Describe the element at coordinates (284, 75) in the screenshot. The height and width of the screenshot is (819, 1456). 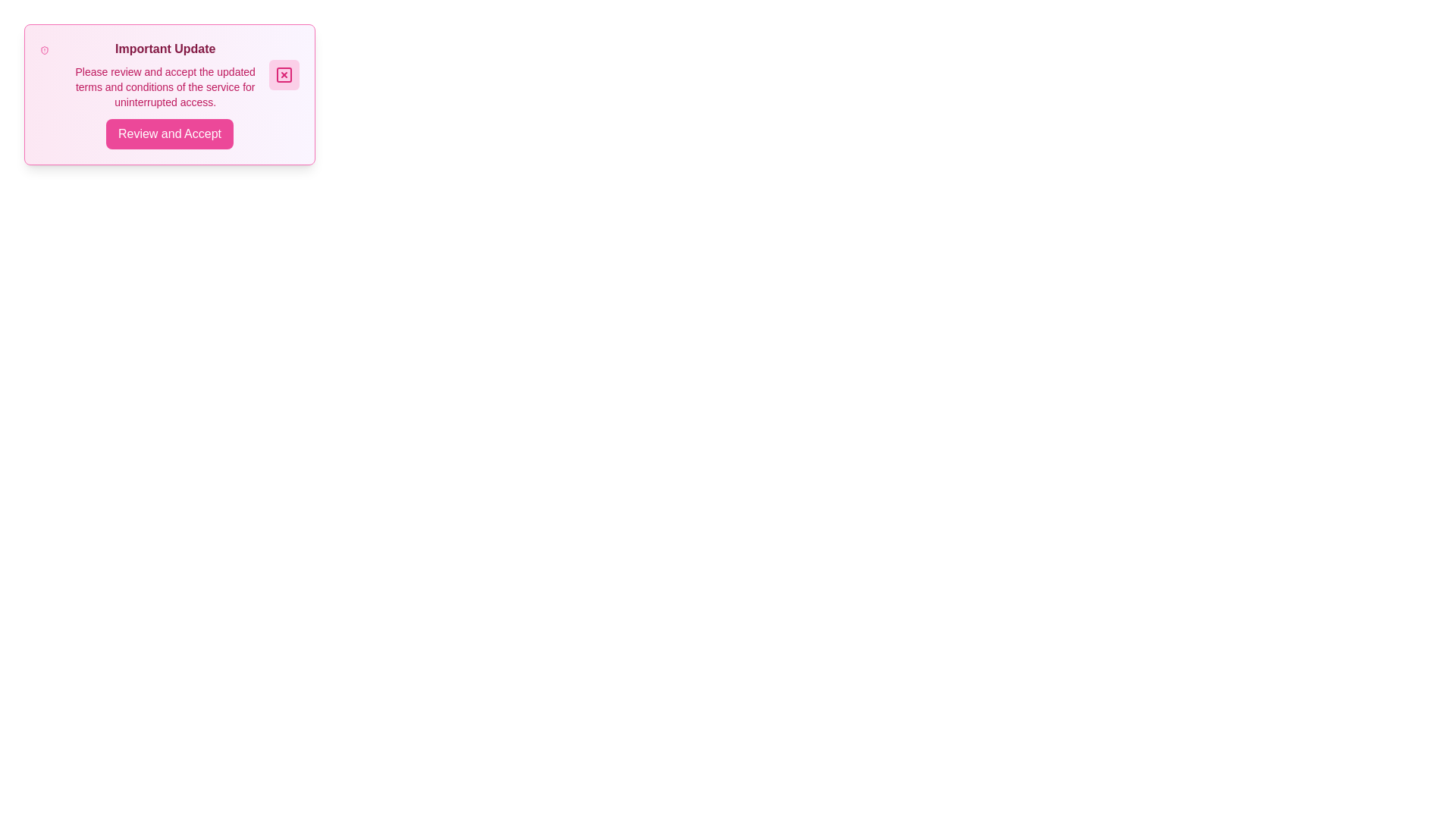
I see `the small pink button with rounded corners that contains an 'X' icon, located at the top-right corner of the notification box` at that location.